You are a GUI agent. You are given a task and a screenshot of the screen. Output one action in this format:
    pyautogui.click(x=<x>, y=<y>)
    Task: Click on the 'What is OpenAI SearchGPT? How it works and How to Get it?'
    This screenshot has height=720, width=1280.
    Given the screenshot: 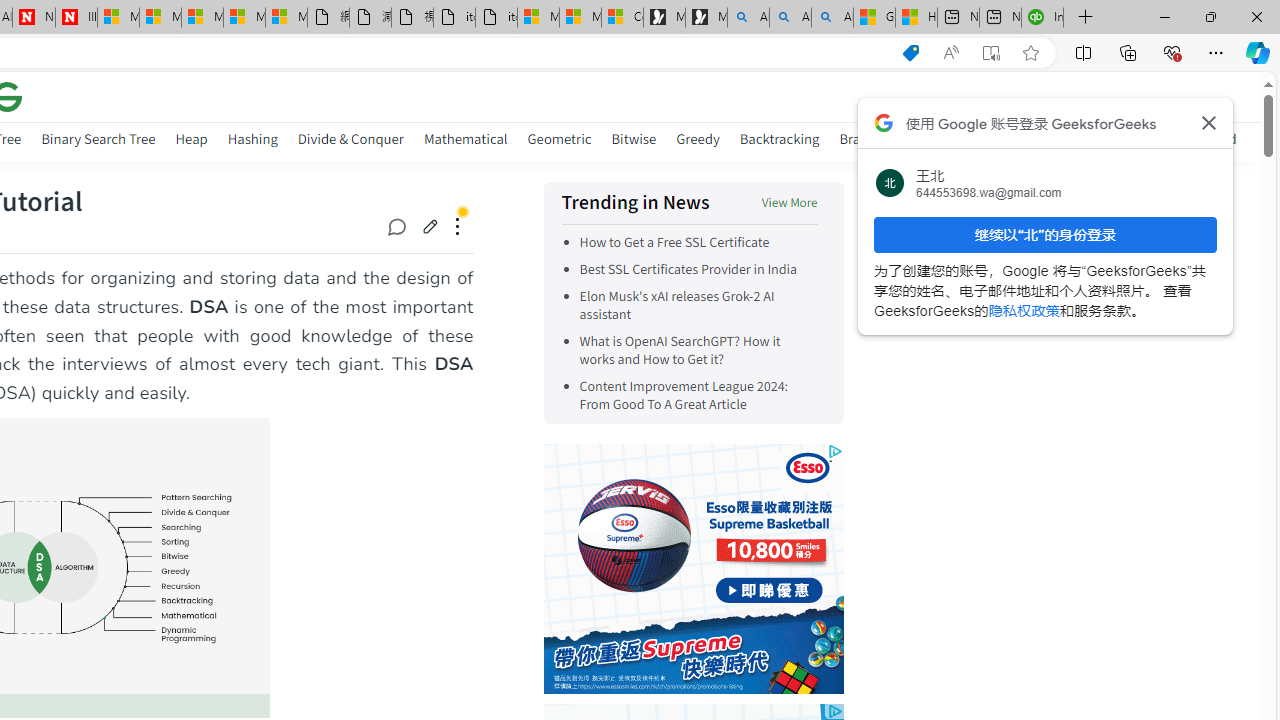 What is the action you would take?
    pyautogui.click(x=679, y=350)
    